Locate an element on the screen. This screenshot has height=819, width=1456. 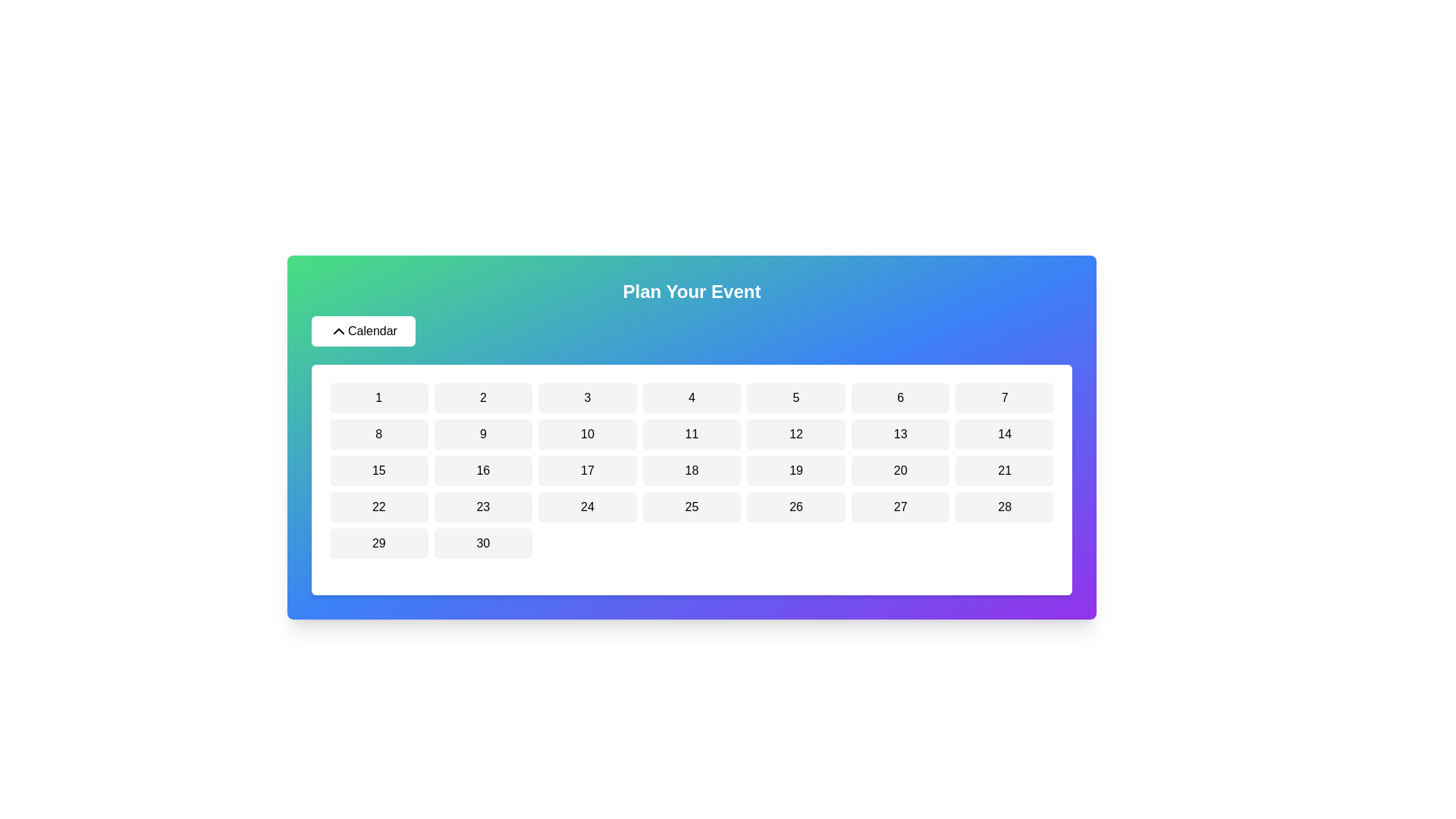
the button labeled '14', which is a rounded rectangle with a light gray background and black text, located is located at coordinates (1005, 435).